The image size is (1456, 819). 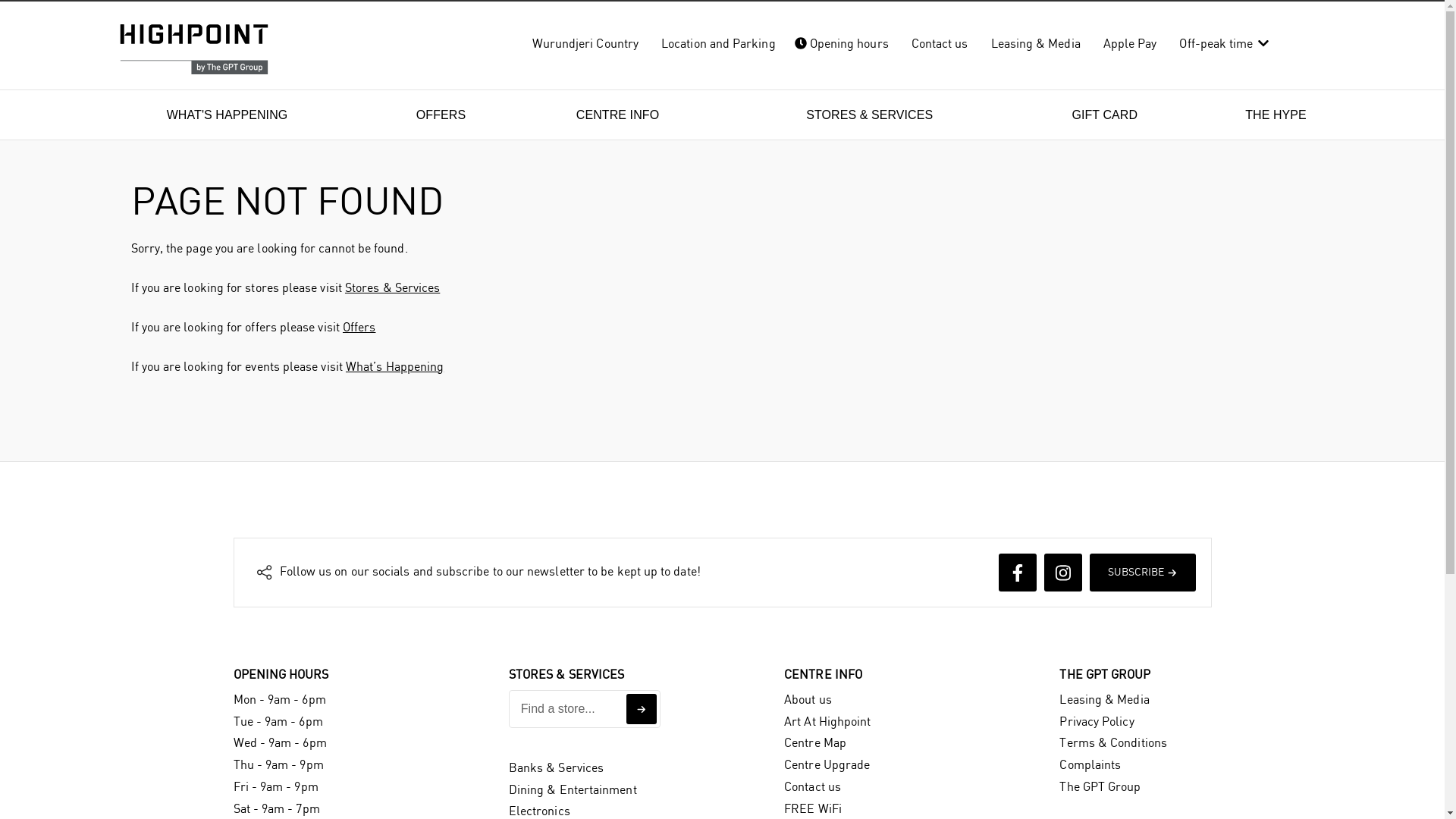 What do you see at coordinates (783, 765) in the screenshot?
I see `'Centre Upgrade'` at bounding box center [783, 765].